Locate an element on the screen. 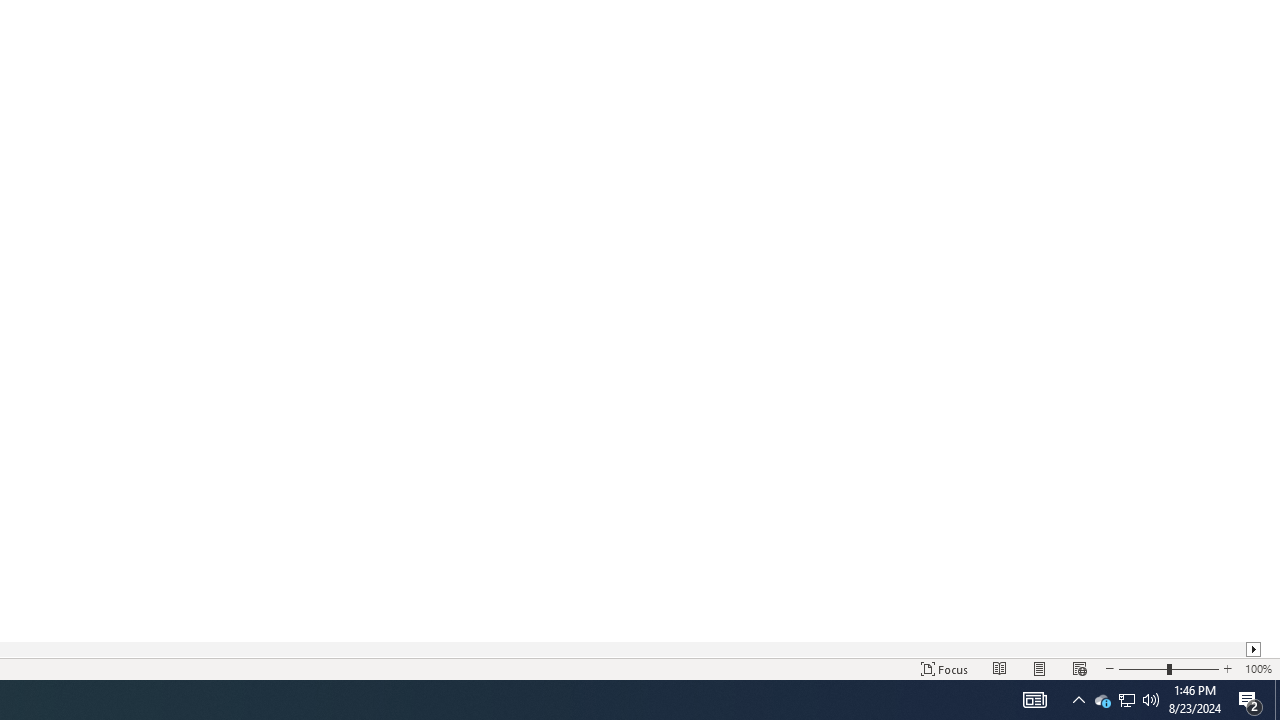  'Column right' is located at coordinates (1253, 649).